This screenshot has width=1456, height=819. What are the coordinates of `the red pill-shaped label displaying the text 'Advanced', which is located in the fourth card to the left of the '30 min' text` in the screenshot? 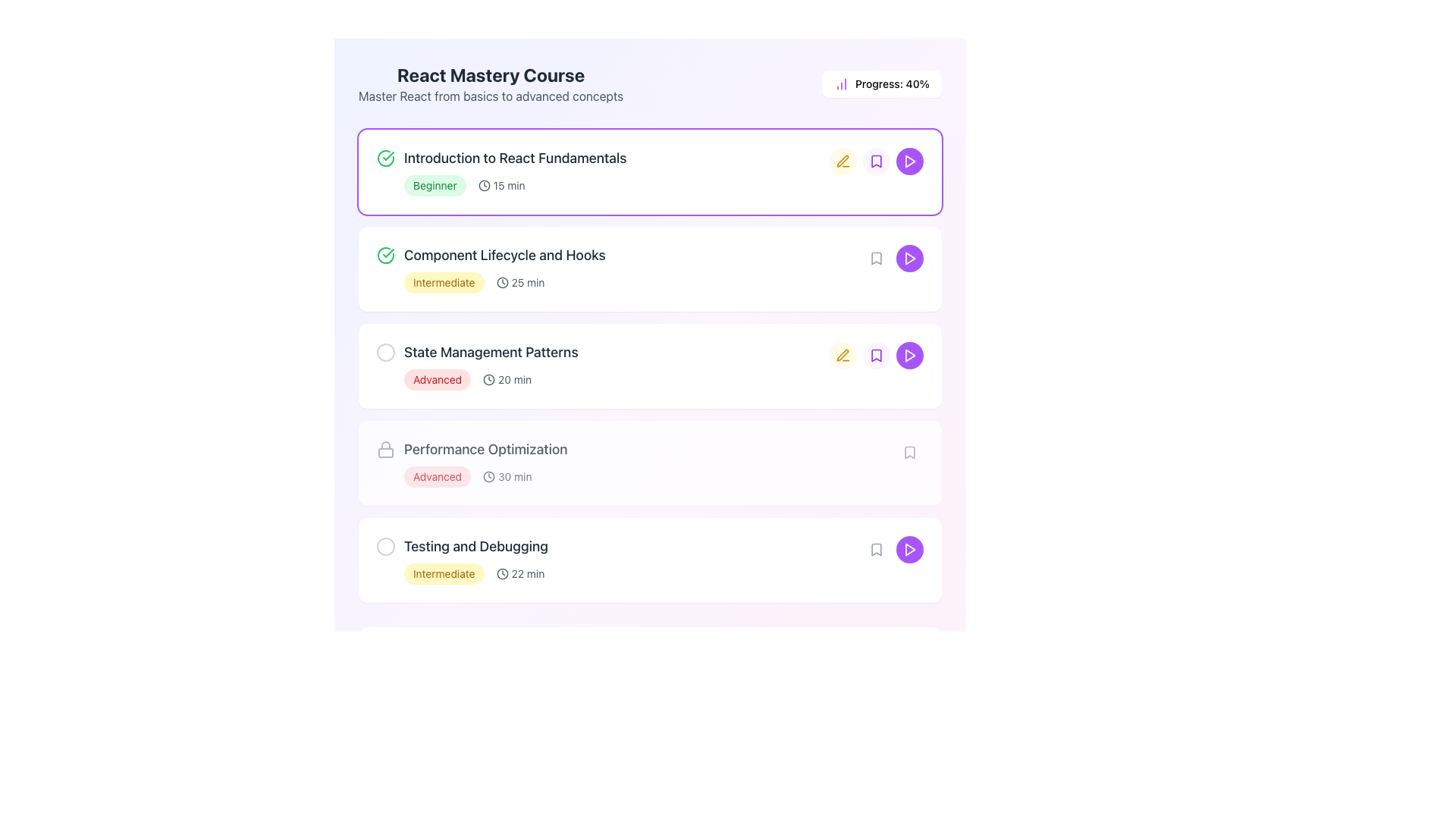 It's located at (436, 475).